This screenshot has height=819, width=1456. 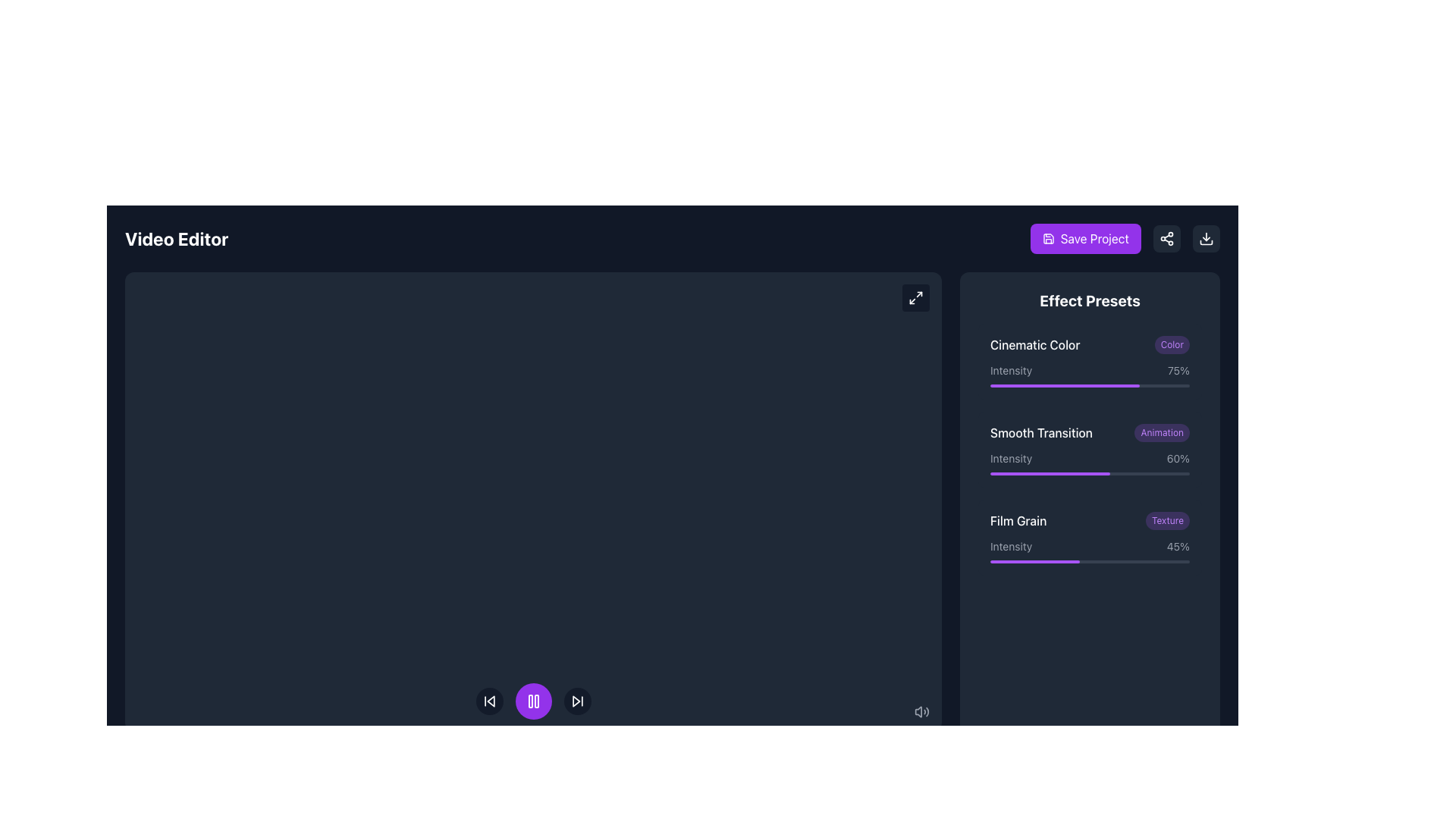 I want to click on the download icon button located at the top-right corner of the interface, so click(x=1205, y=239).